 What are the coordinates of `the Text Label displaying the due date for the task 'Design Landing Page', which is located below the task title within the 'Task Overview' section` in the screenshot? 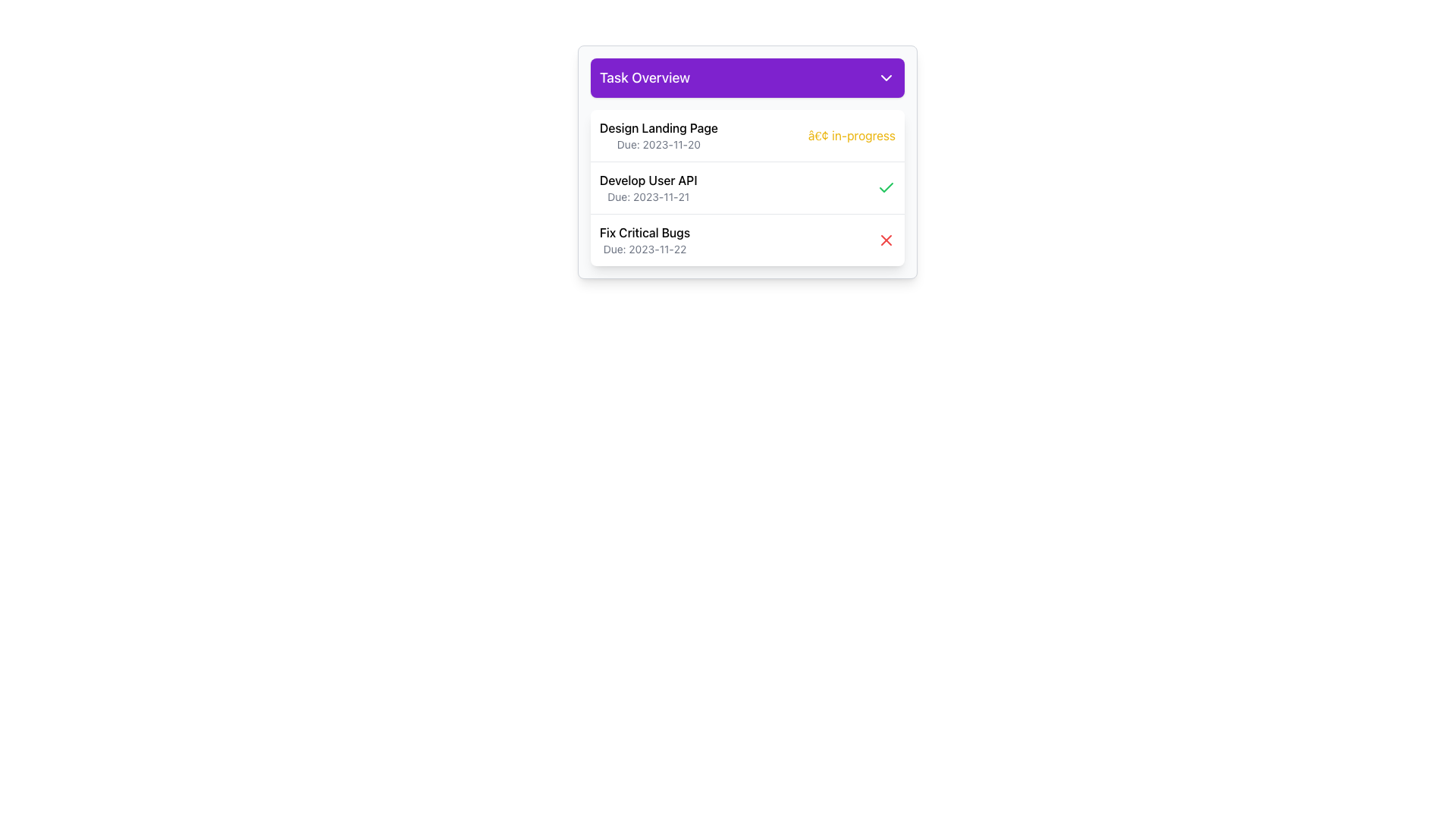 It's located at (658, 145).